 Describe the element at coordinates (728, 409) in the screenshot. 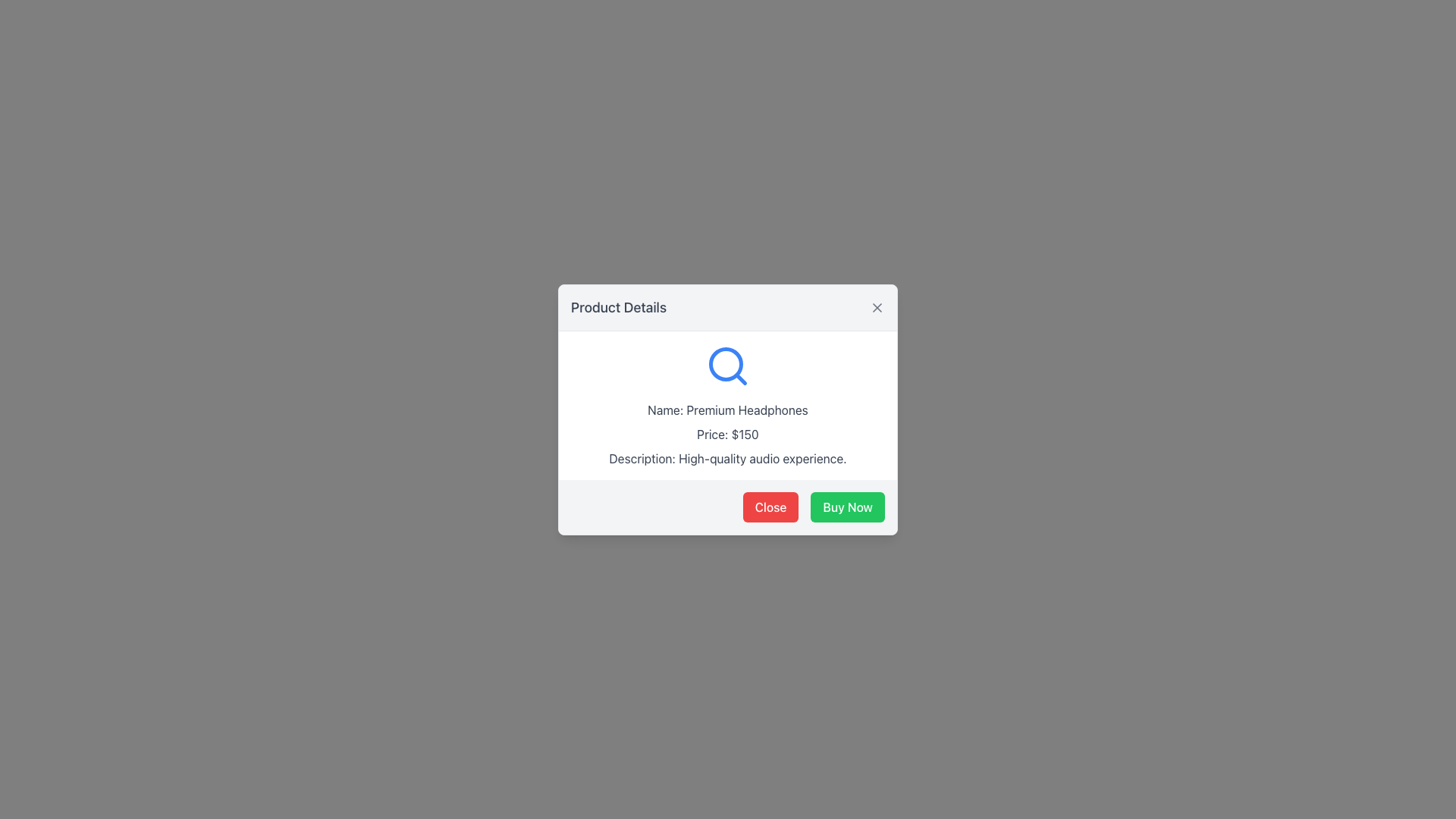

I see `the static text label indicating the product name, 'Premium Headphones', which is the first item in a vertical layout grouping with other product details` at that location.